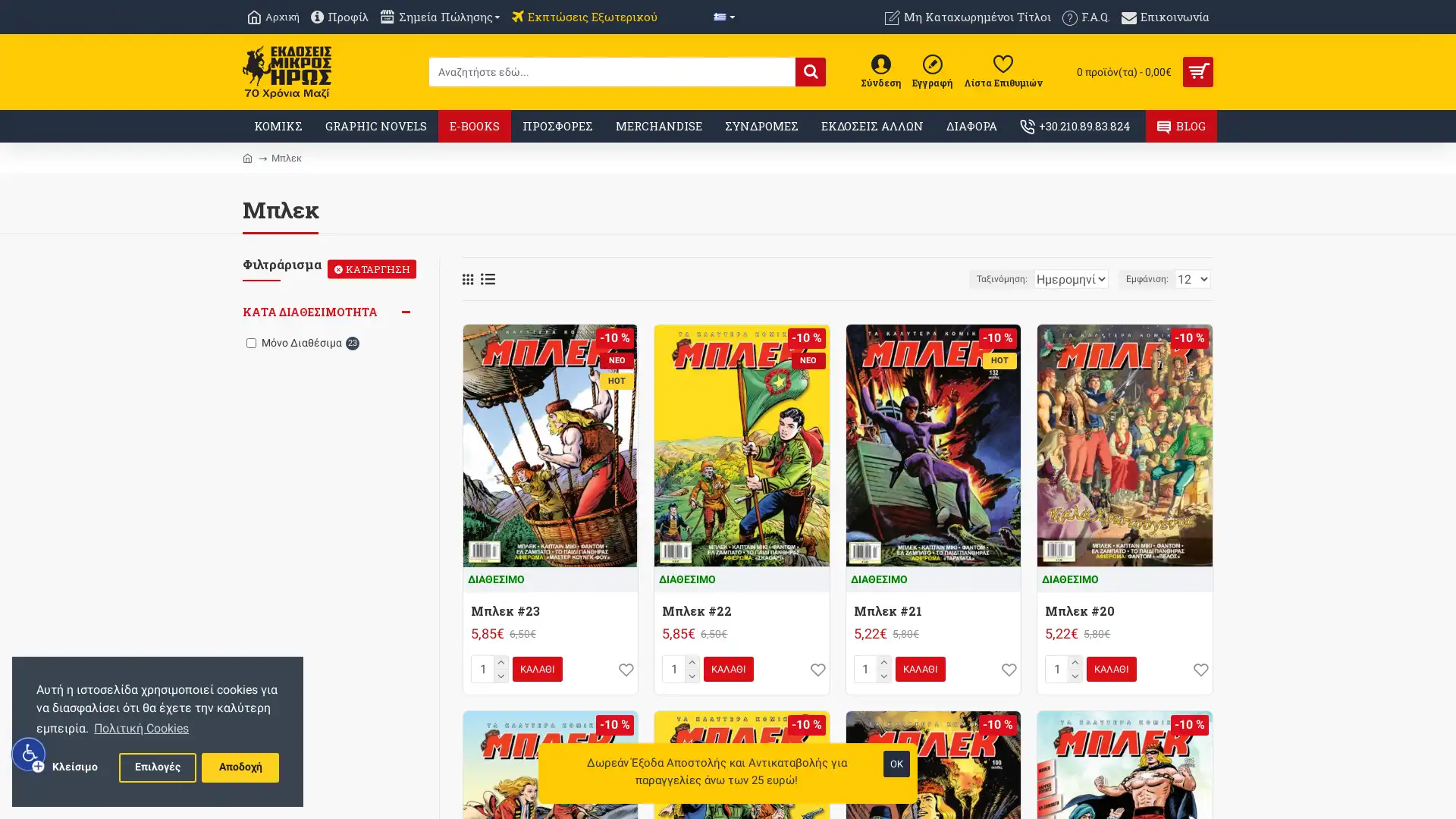 The width and height of the screenshot is (1456, 819). Describe the element at coordinates (239, 767) in the screenshot. I see `allow cookies` at that location.